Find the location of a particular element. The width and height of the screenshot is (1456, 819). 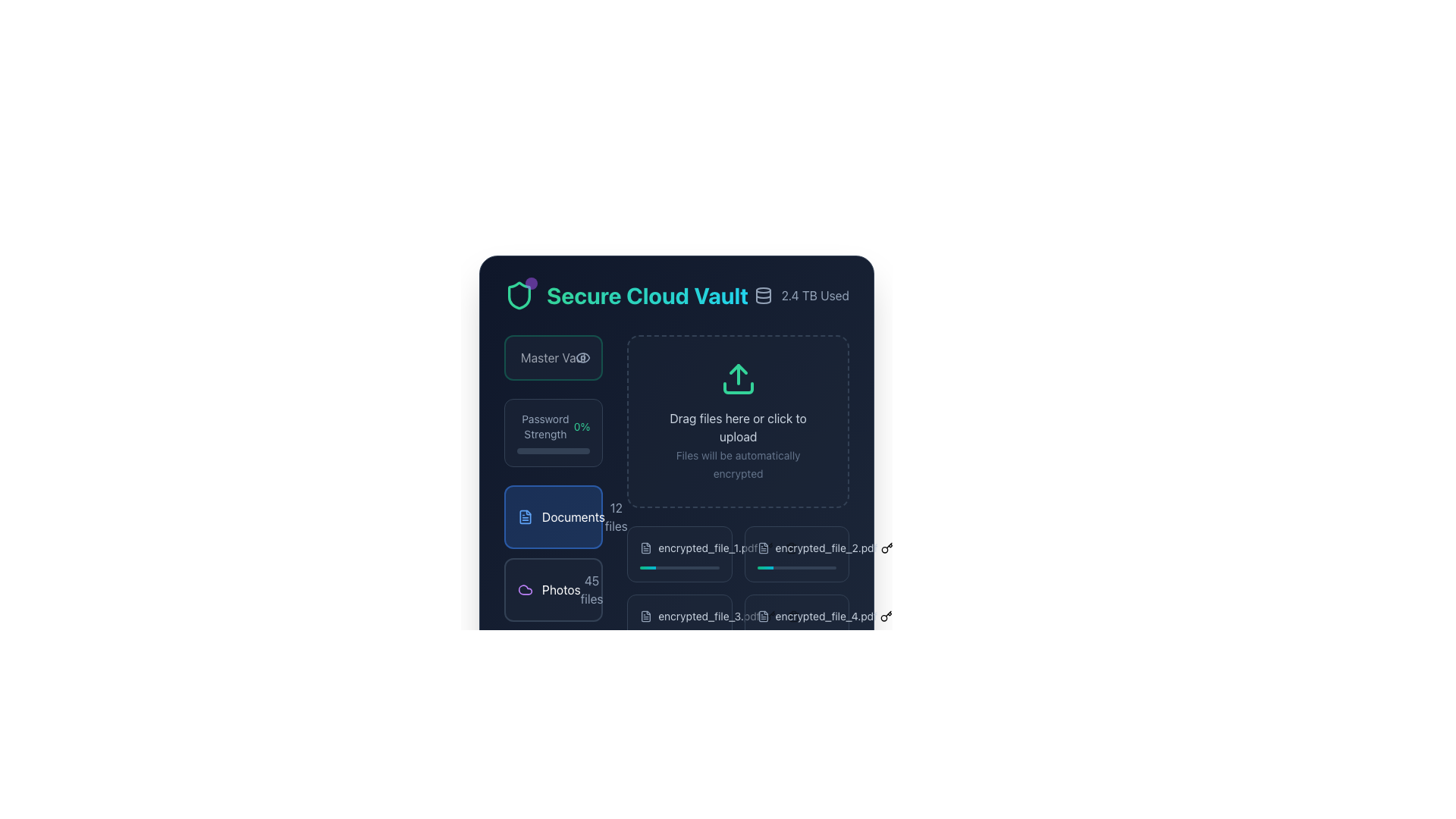

the Text Display with Icon that shows the filename 'encrypted_file_3.pdf' is located at coordinates (699, 617).